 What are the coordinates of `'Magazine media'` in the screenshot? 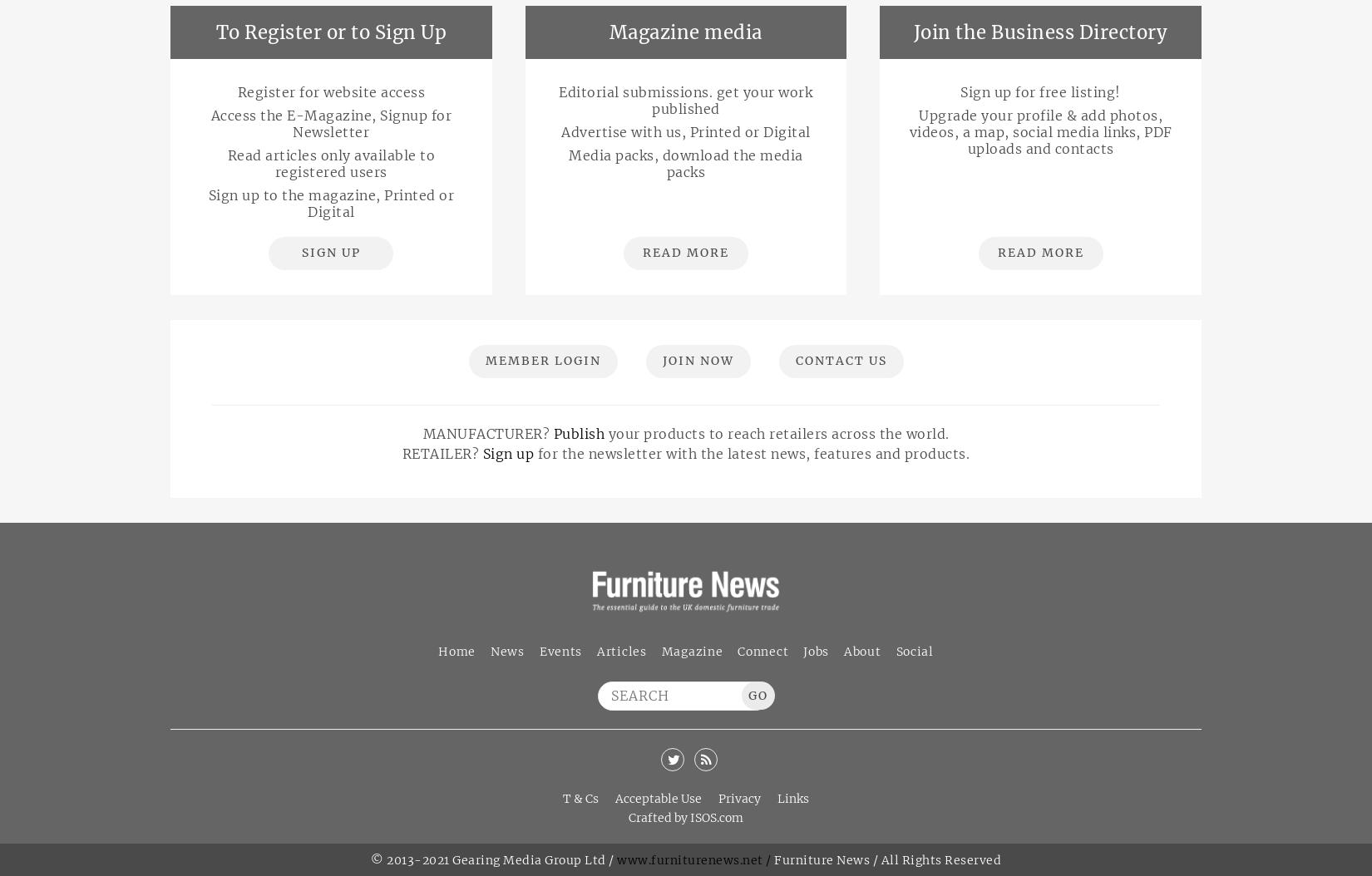 It's located at (684, 32).